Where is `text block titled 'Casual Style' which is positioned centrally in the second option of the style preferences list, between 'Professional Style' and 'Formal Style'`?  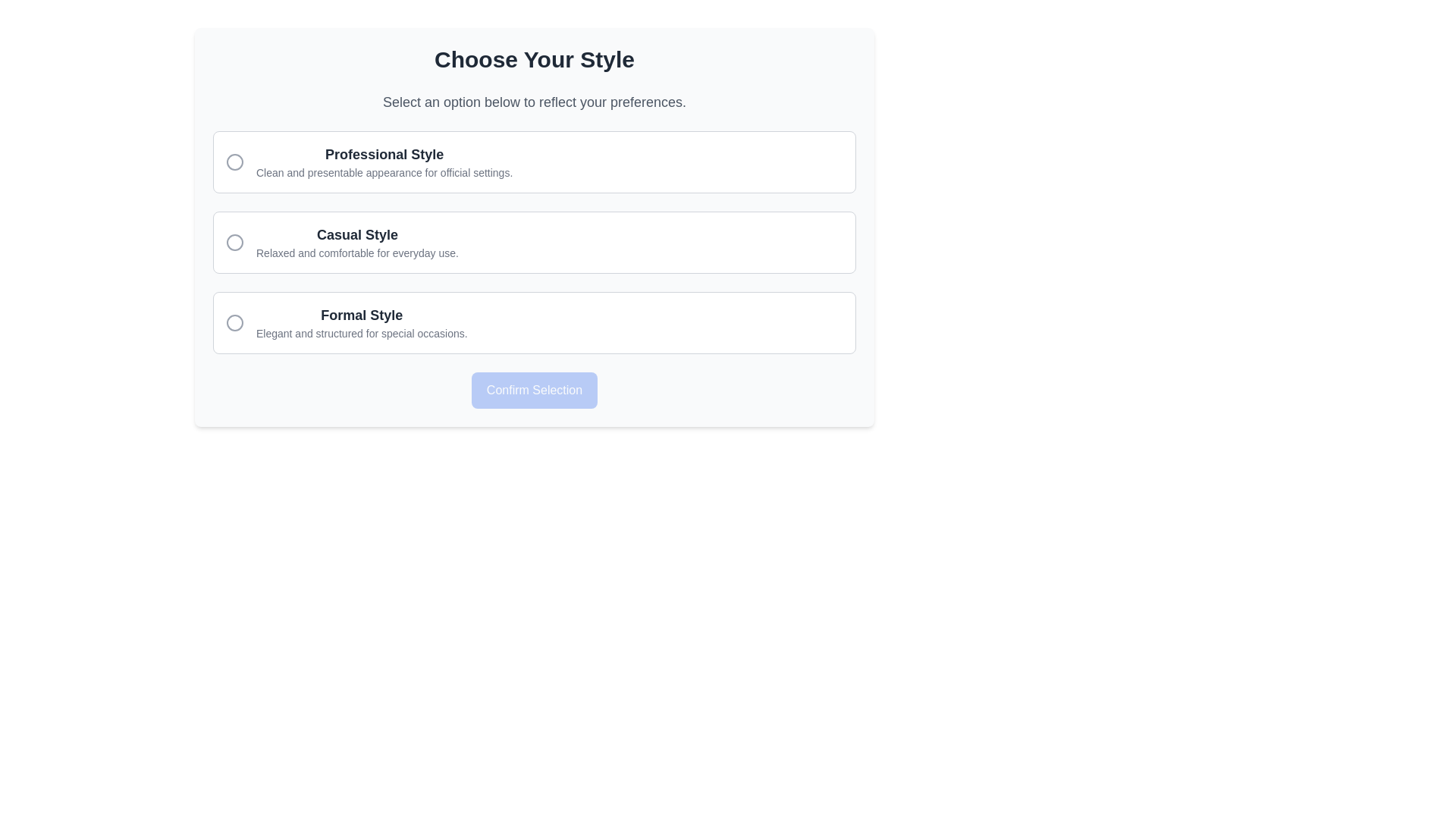
text block titled 'Casual Style' which is positioned centrally in the second option of the style preferences list, between 'Professional Style' and 'Formal Style' is located at coordinates (356, 242).